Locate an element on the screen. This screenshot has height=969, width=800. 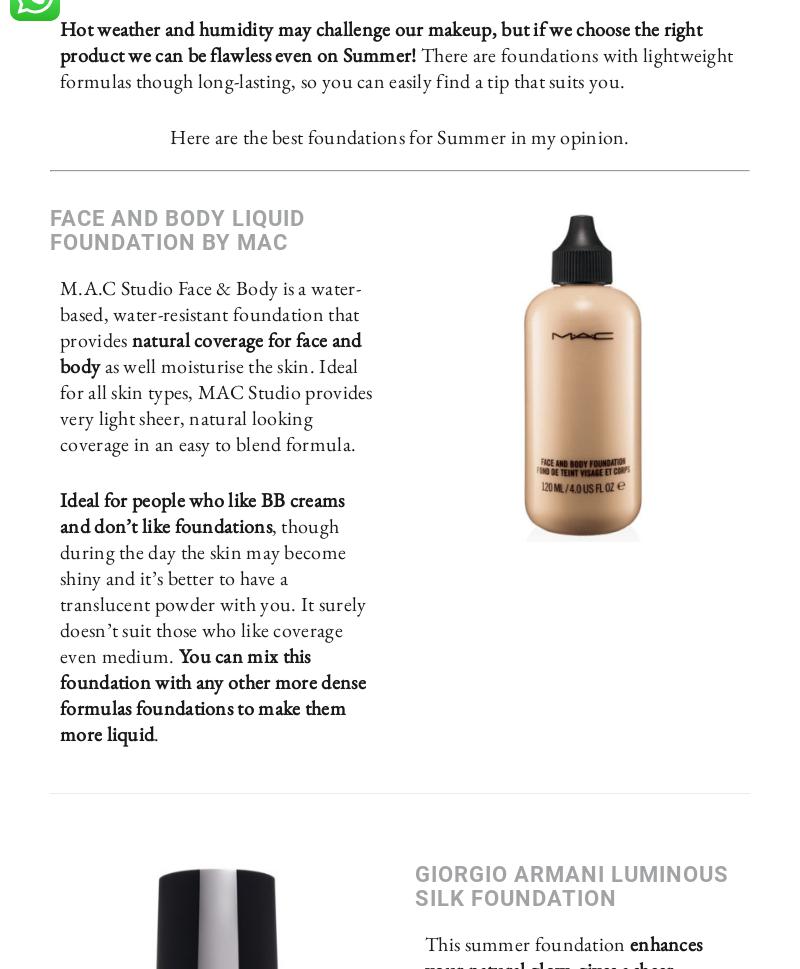
'natural coverage for face and body' is located at coordinates (210, 353).